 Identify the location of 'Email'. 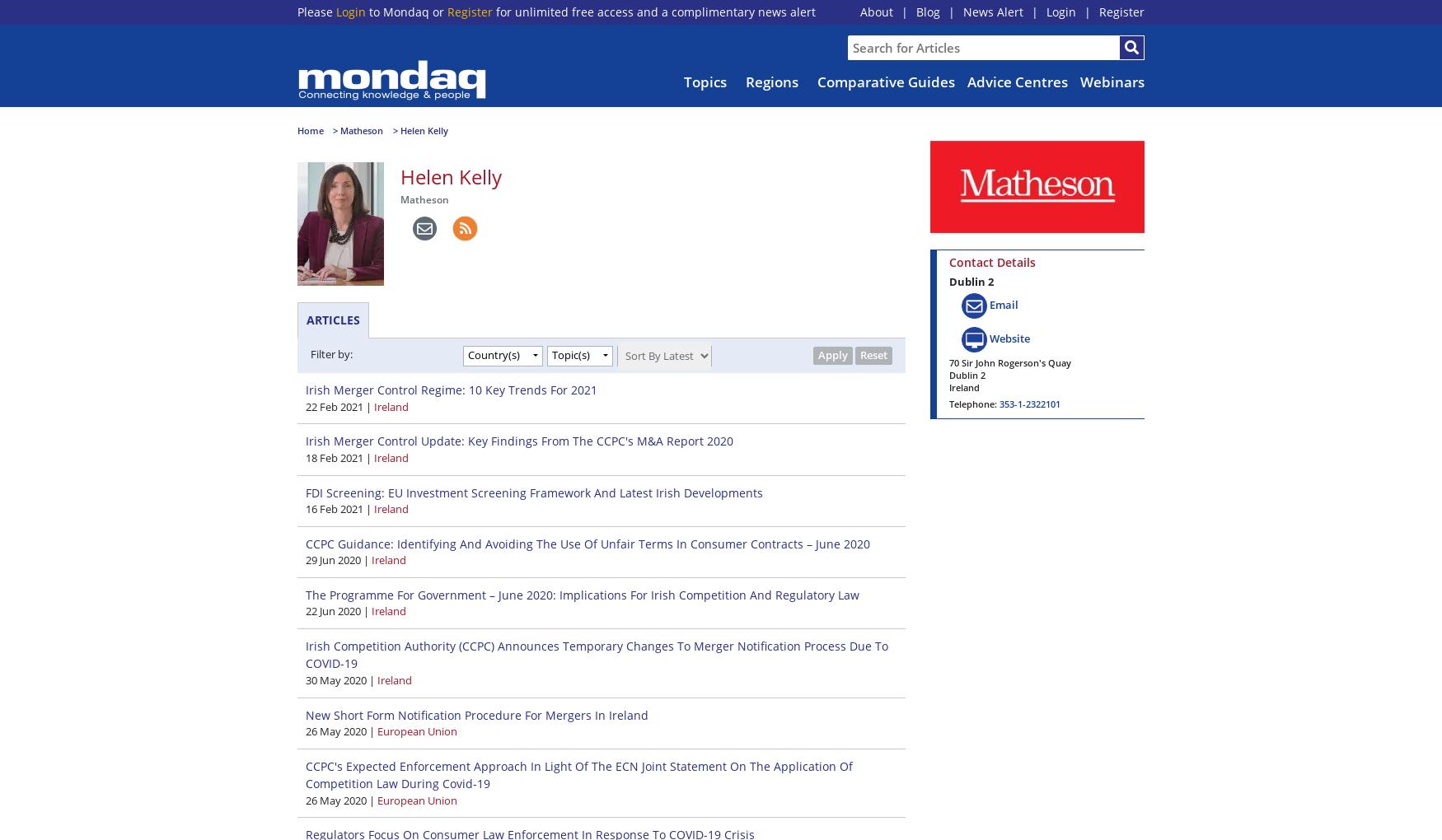
(1002, 303).